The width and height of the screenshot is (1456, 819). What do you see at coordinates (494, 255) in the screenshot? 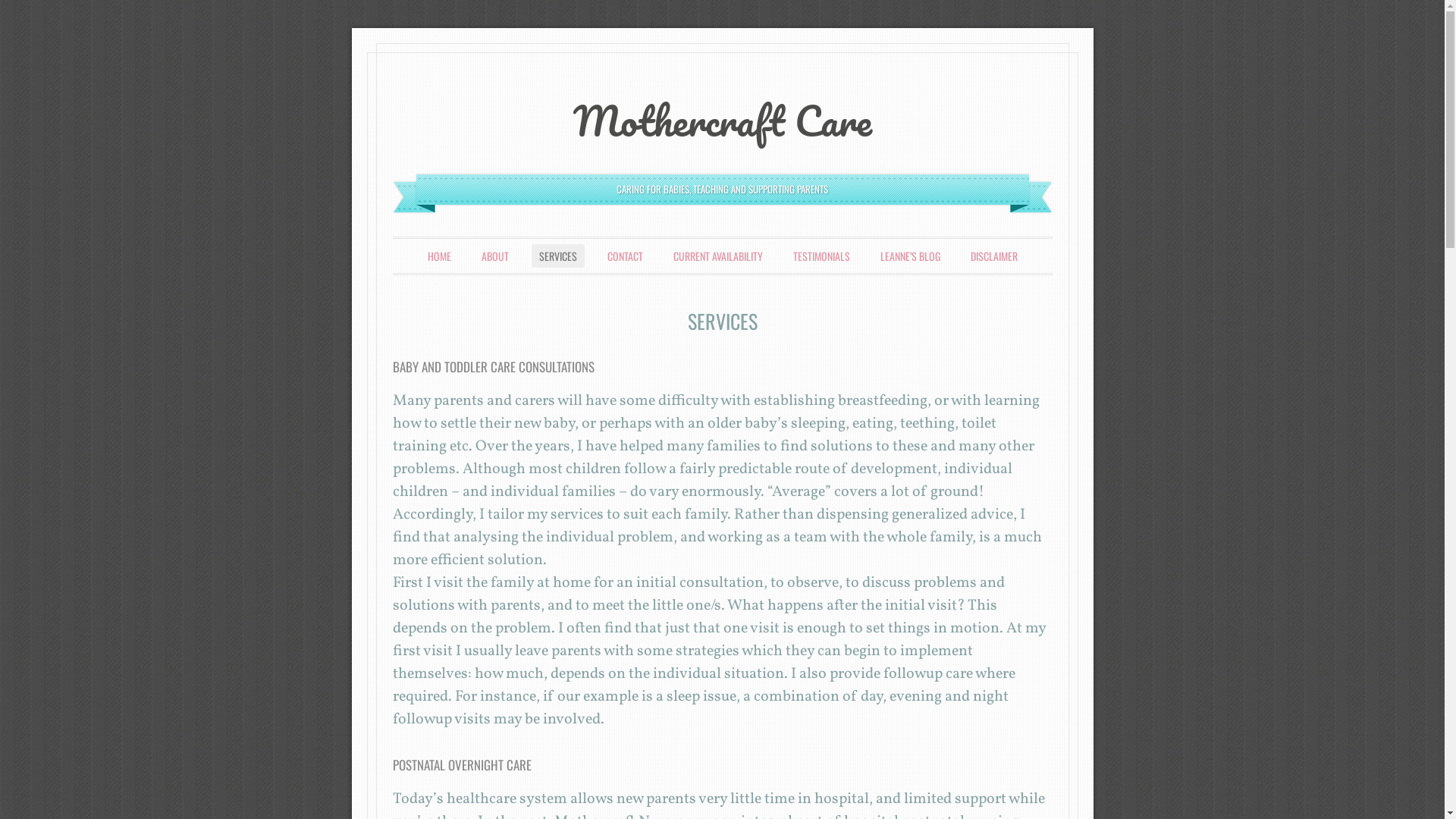
I see `'ABOUT'` at bounding box center [494, 255].